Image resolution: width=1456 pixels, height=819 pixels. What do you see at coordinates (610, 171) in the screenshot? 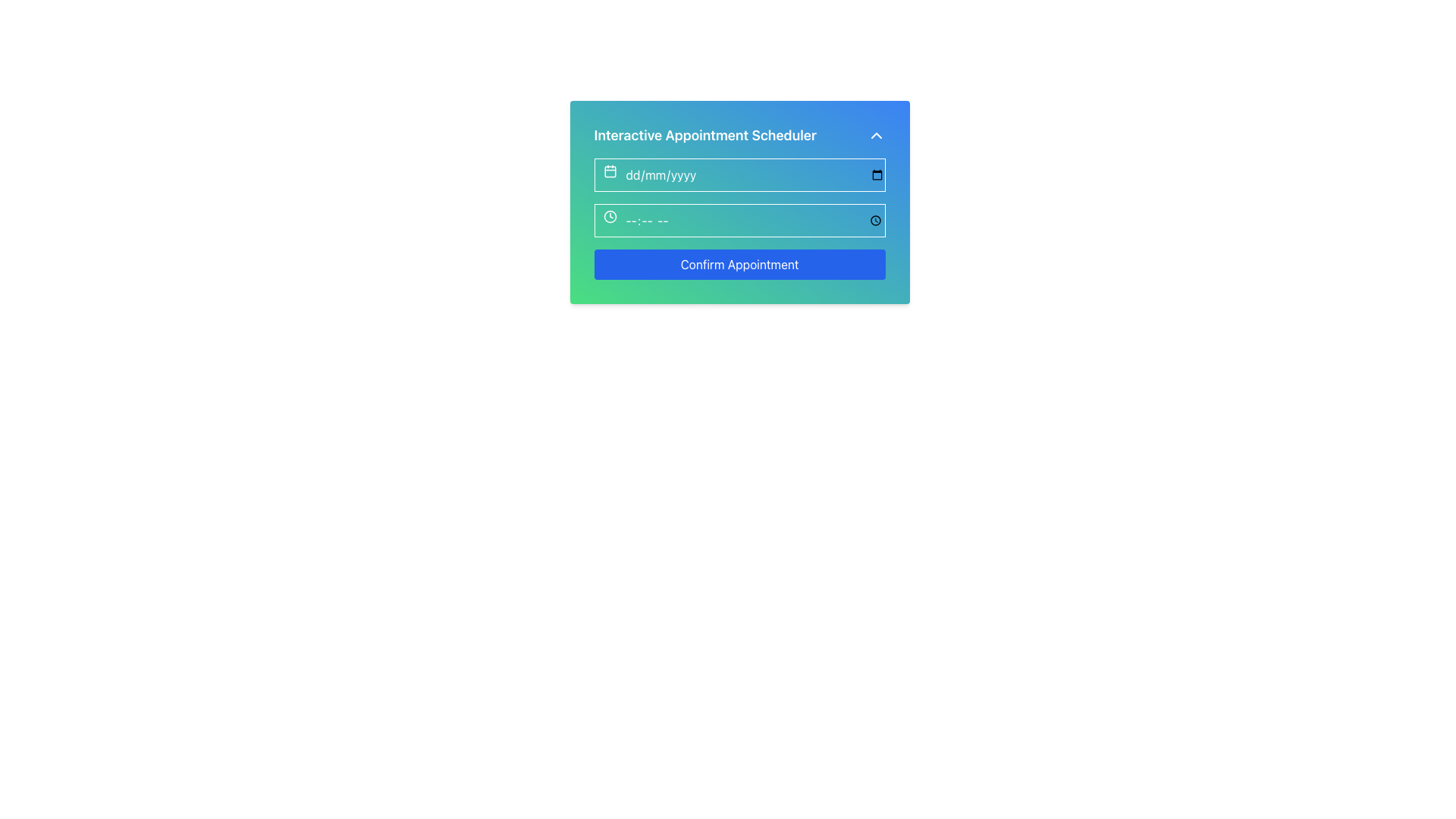
I see `the decorative calendar icon located to the left of the 'dd/mm/yyyy' date input field, which is slightly above its vertical centerline` at bounding box center [610, 171].